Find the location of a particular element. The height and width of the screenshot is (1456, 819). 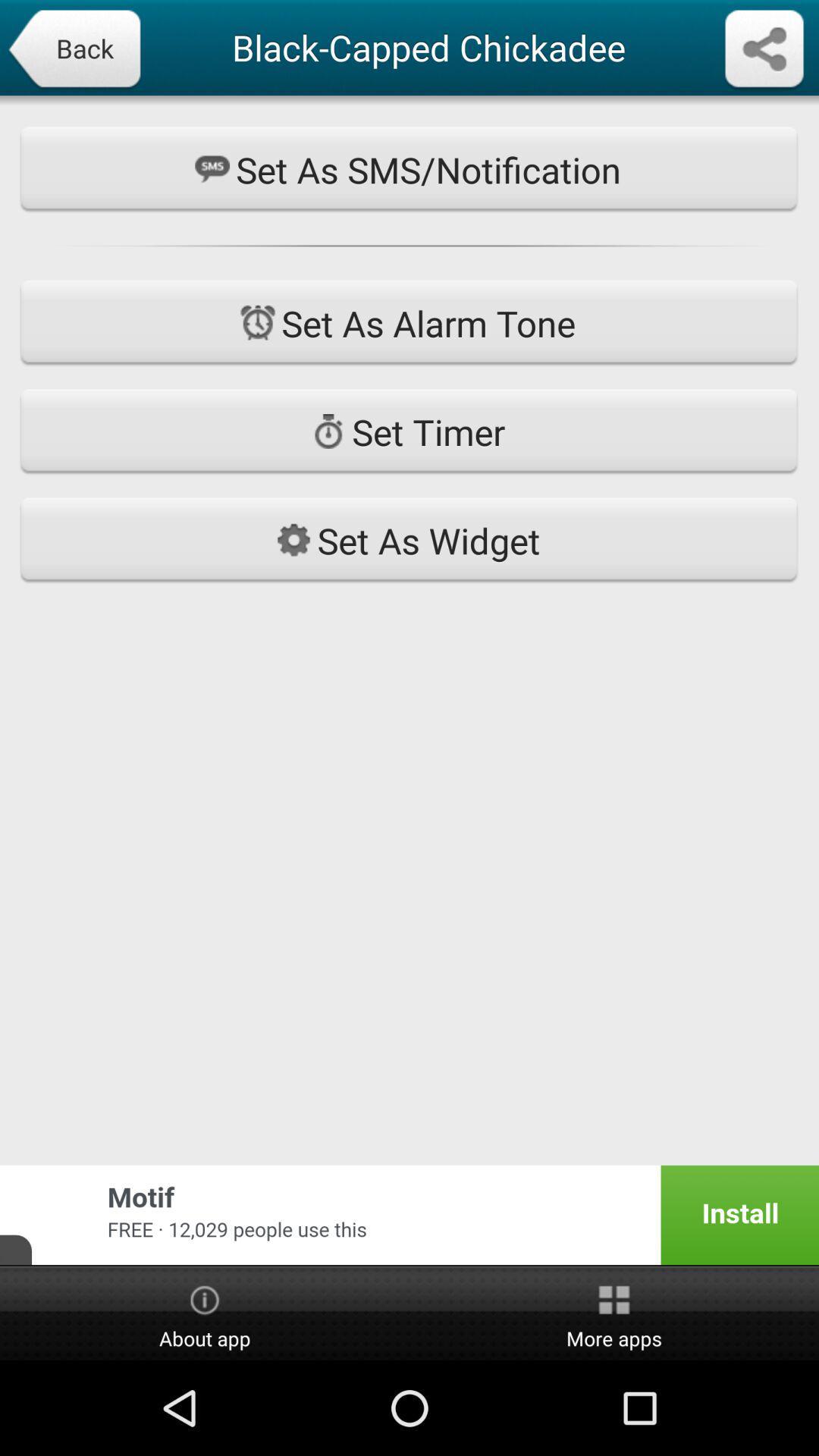

the item at the bottom left corner is located at coordinates (205, 1313).